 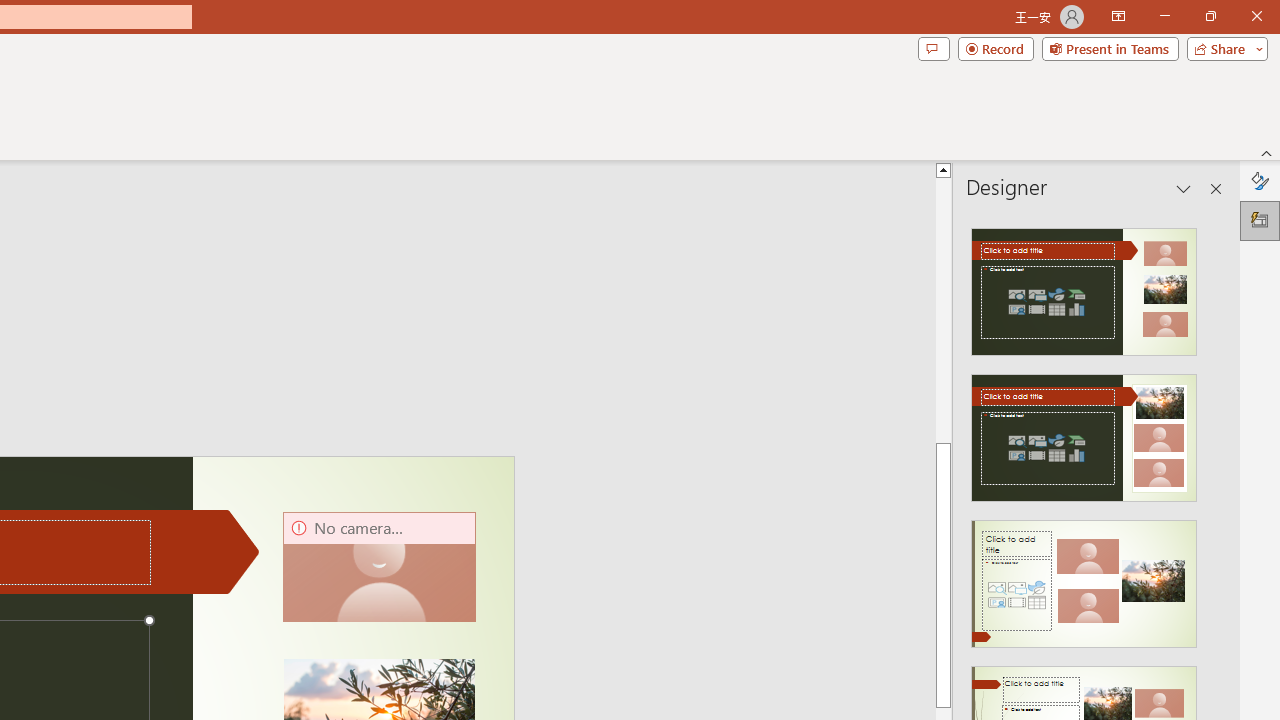 What do you see at coordinates (1259, 181) in the screenshot?
I see `'Format Background'` at bounding box center [1259, 181].